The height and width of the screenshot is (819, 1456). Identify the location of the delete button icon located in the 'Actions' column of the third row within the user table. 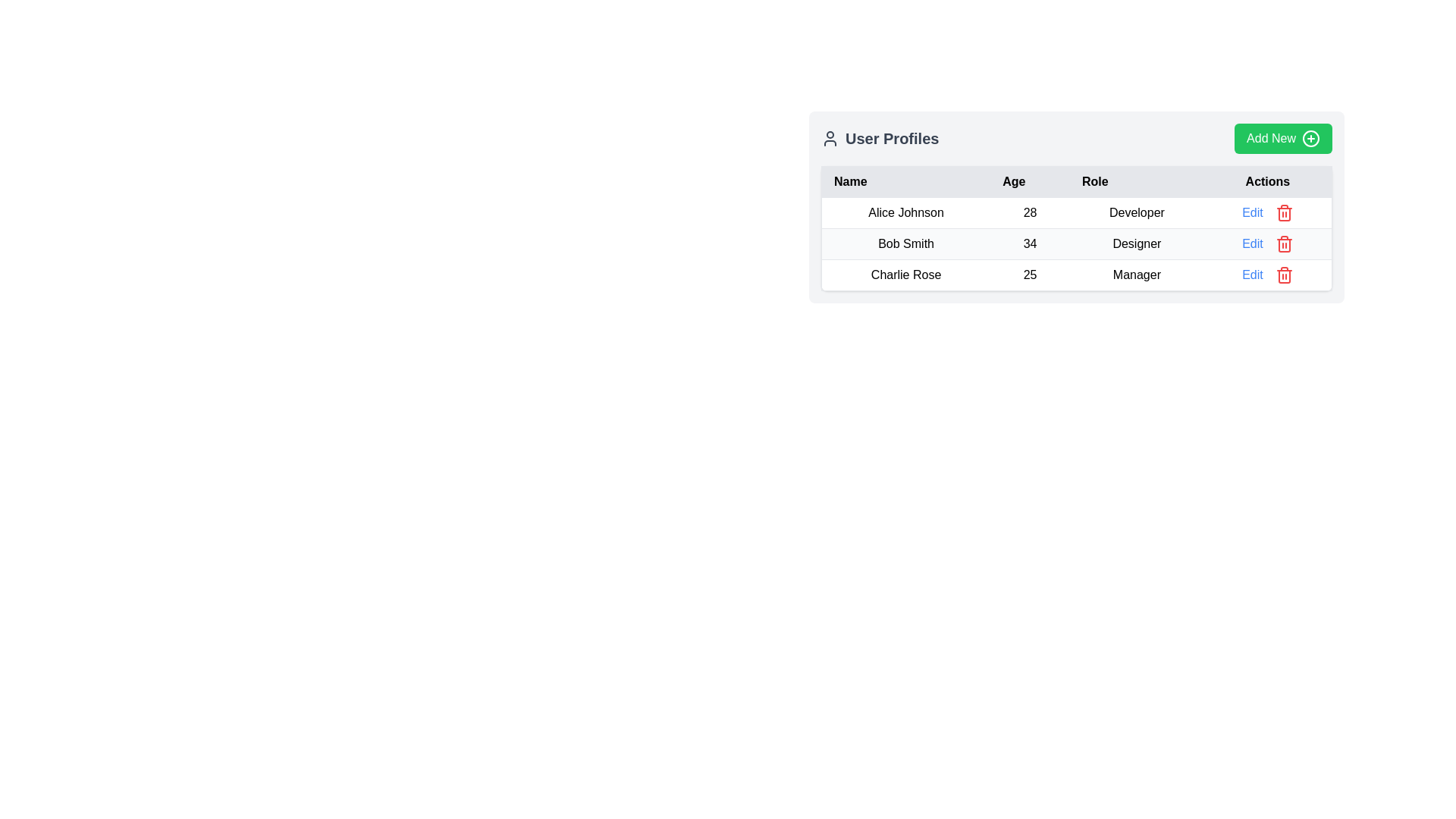
(1283, 213).